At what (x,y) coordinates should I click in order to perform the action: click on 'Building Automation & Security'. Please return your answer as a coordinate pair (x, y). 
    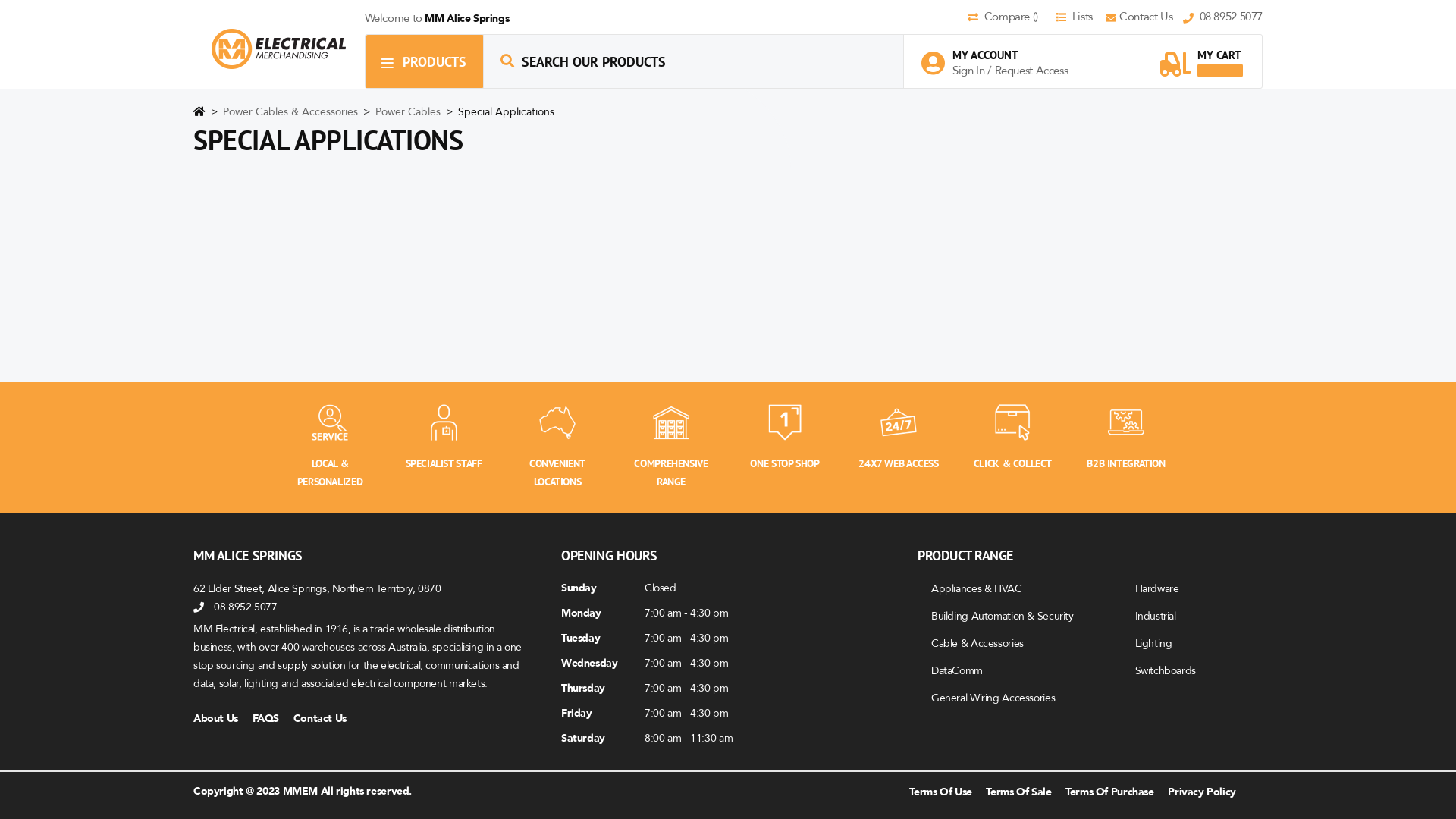
    Looking at the image, I should click on (930, 615).